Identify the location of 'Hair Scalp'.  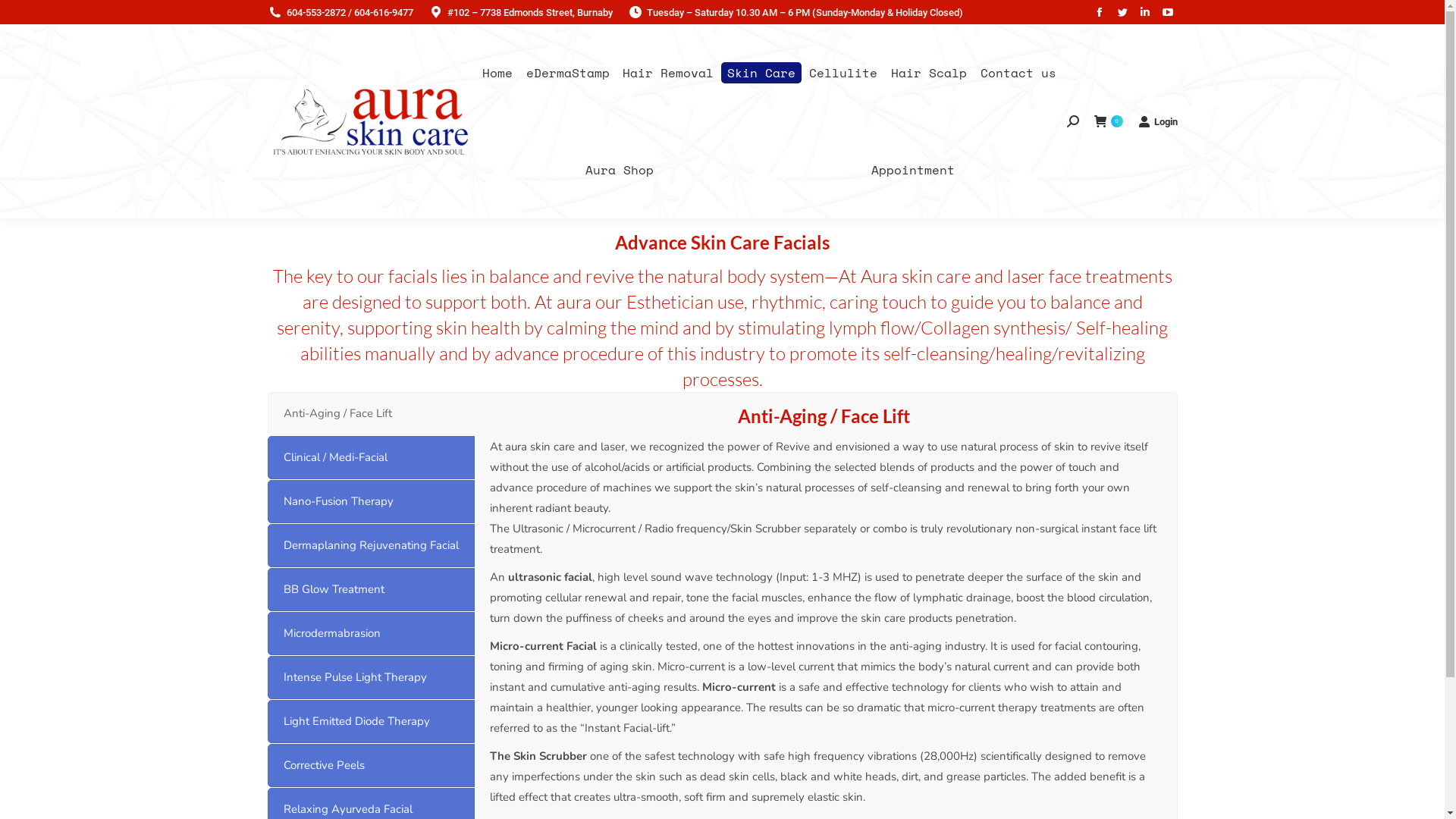
(884, 73).